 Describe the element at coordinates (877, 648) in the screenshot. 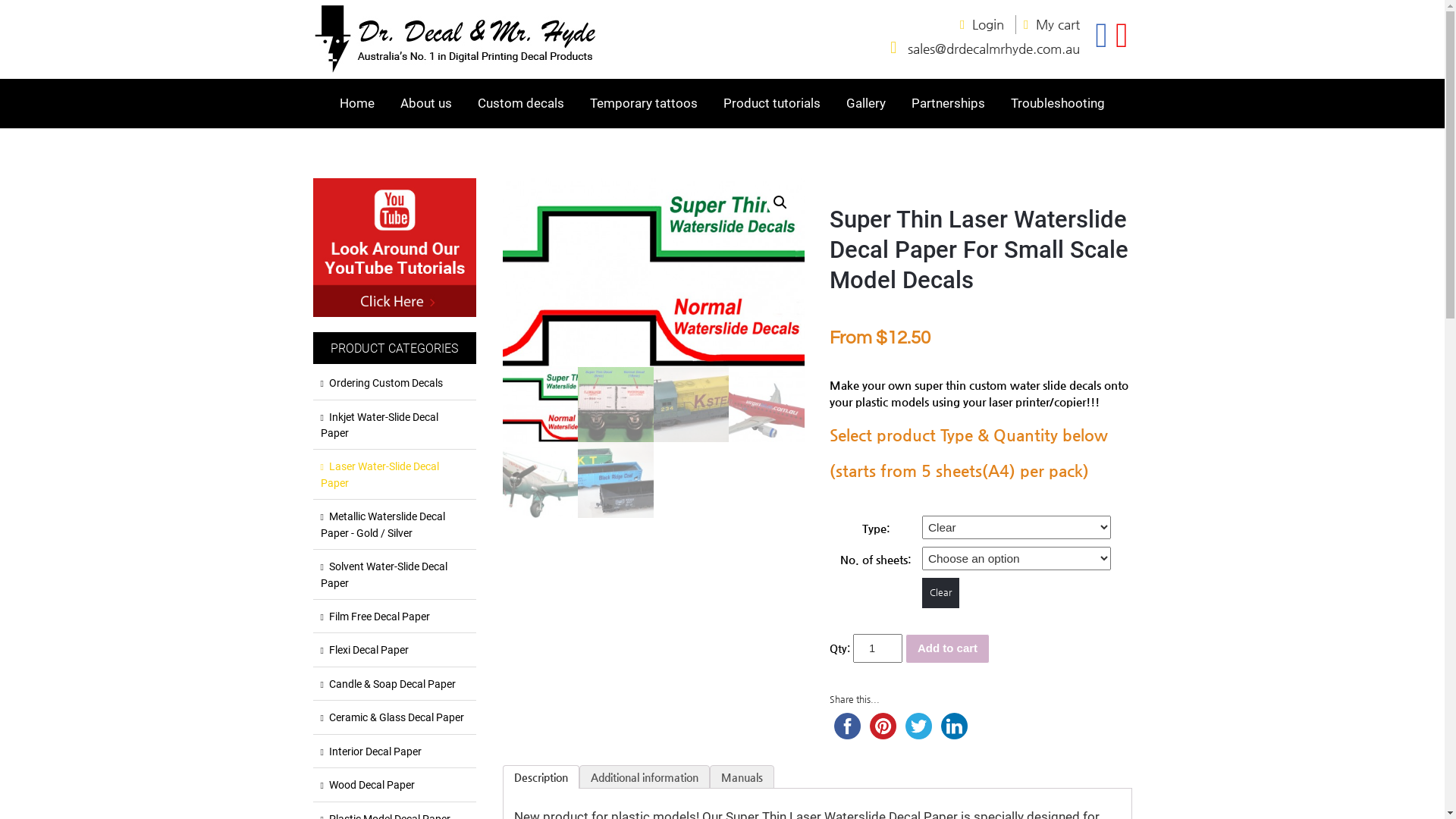

I see `'Qty'` at that location.